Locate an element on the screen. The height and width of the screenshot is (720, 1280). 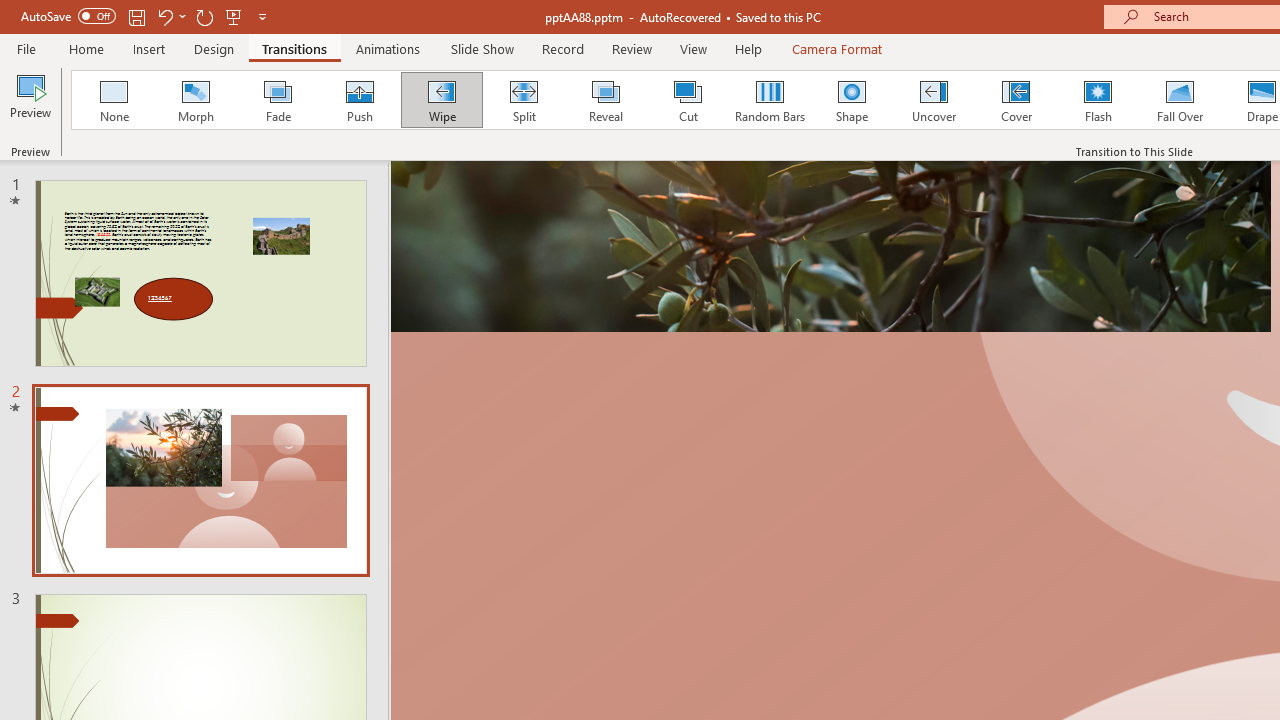
'AutoSave' is located at coordinates (68, 16).